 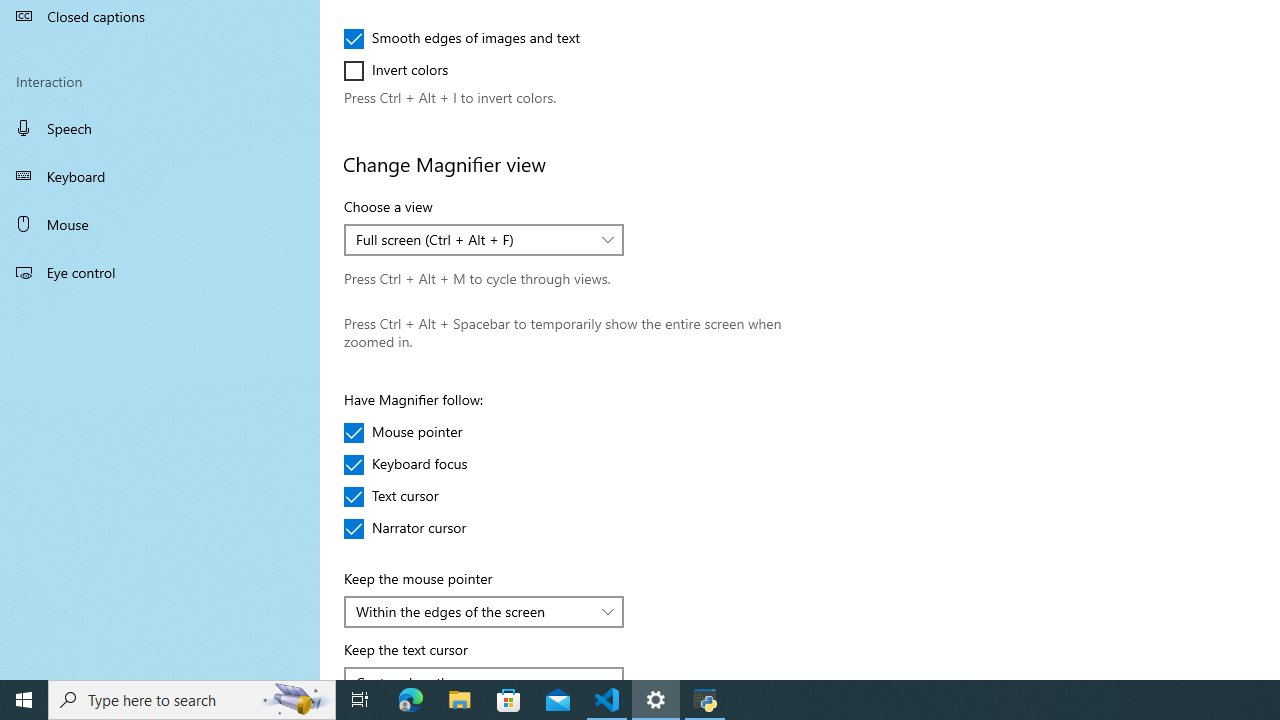 What do you see at coordinates (160, 175) in the screenshot?
I see `'Keyboard'` at bounding box center [160, 175].